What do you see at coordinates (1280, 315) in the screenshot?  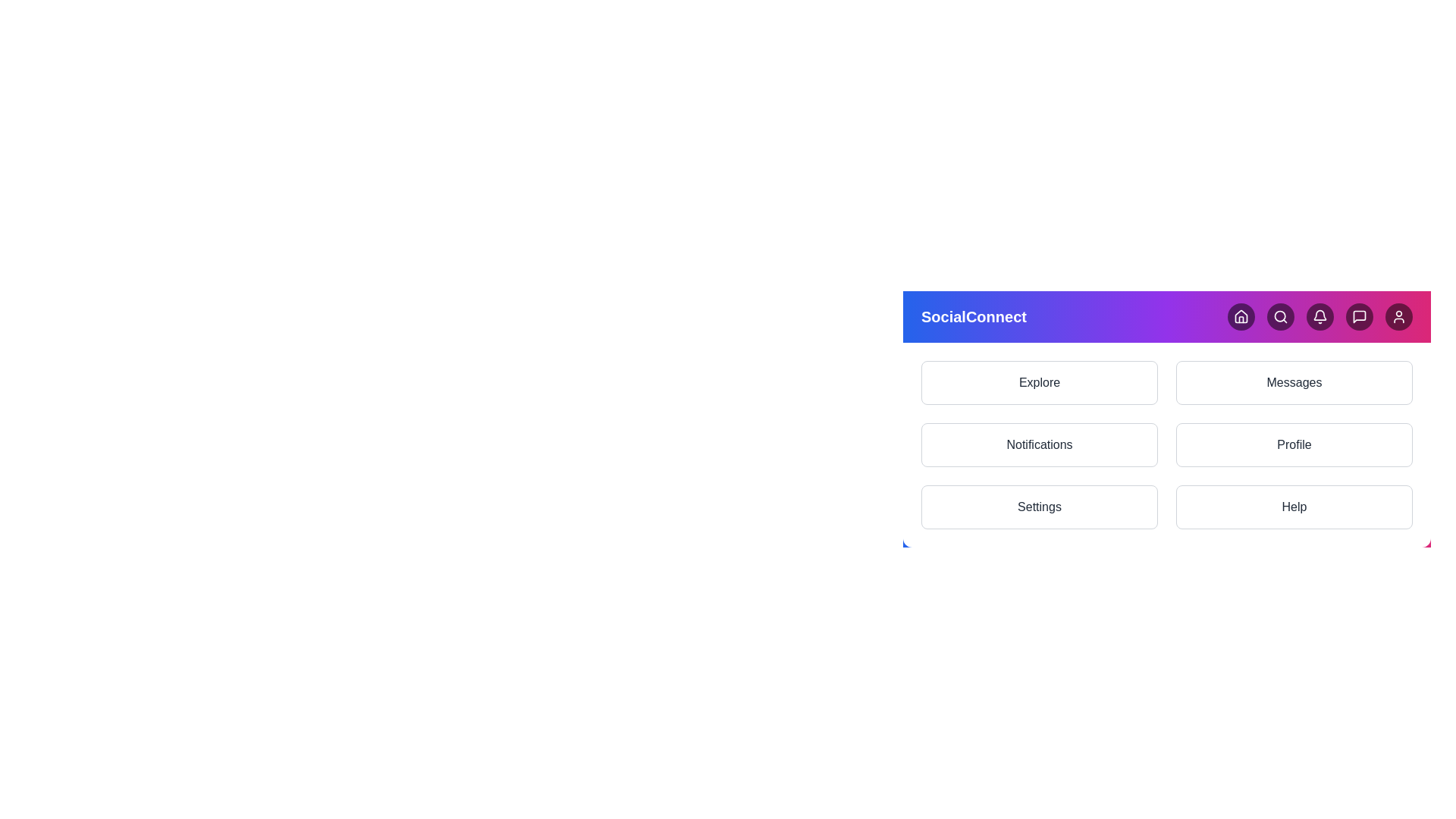 I see `the button with the icon Search to observe the hover effect` at bounding box center [1280, 315].